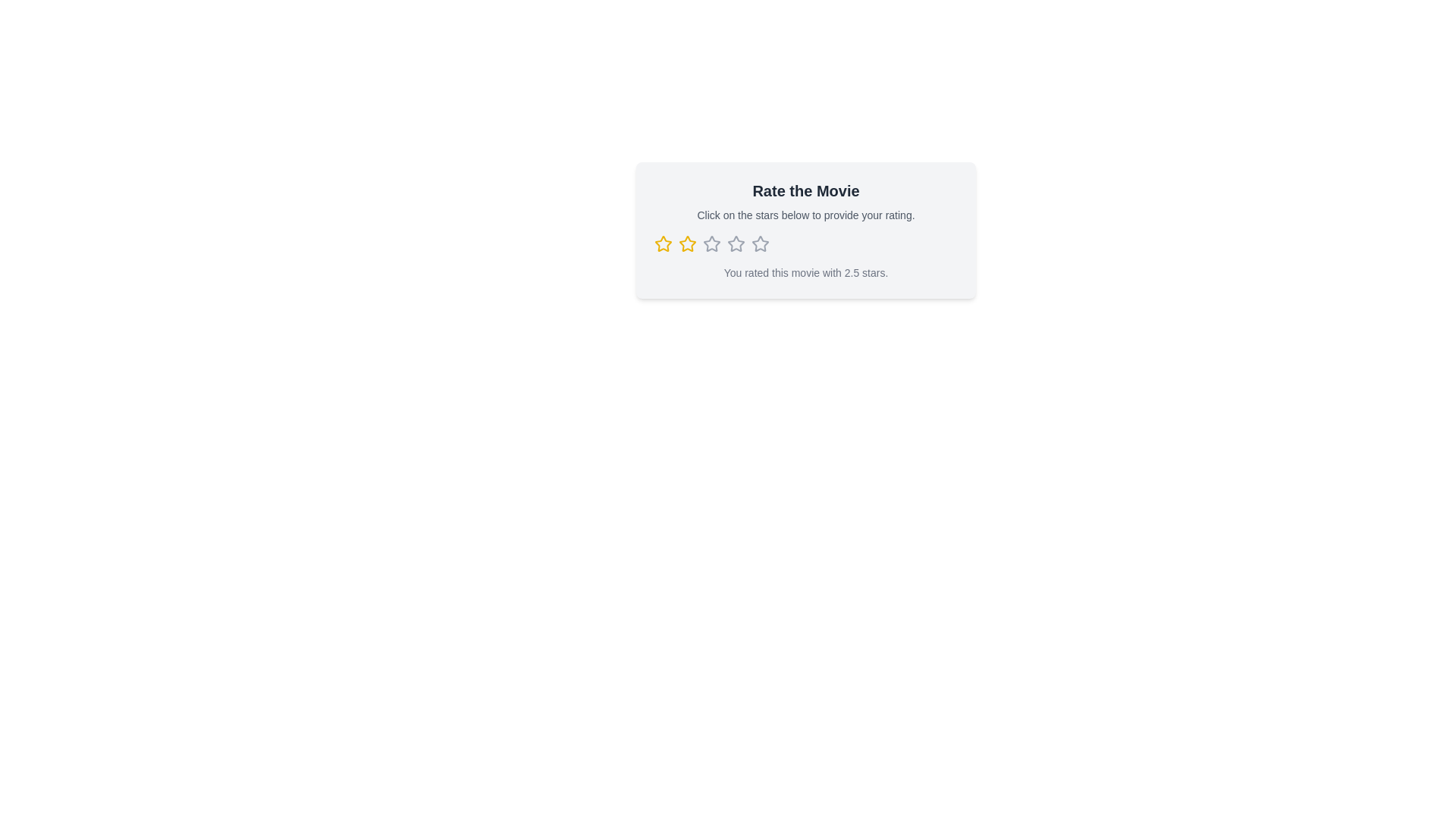  I want to click on the first star icon in the rating system, so click(663, 243).